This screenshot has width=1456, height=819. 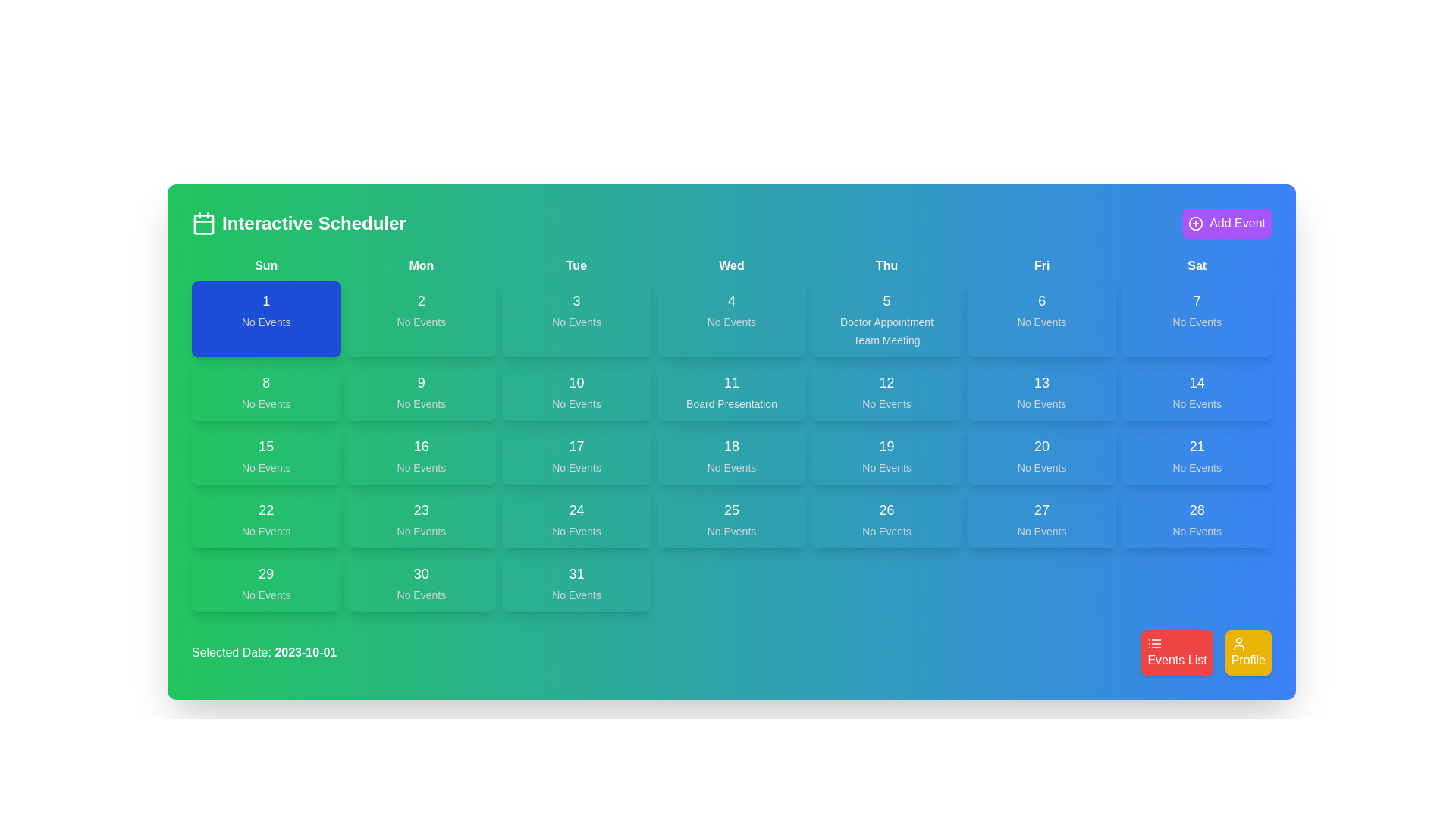 What do you see at coordinates (1196, 321) in the screenshot?
I see `the text label that states 'No Events', which is styled in gray and located beneath the text '7' in the calendar card for Saturday` at bounding box center [1196, 321].